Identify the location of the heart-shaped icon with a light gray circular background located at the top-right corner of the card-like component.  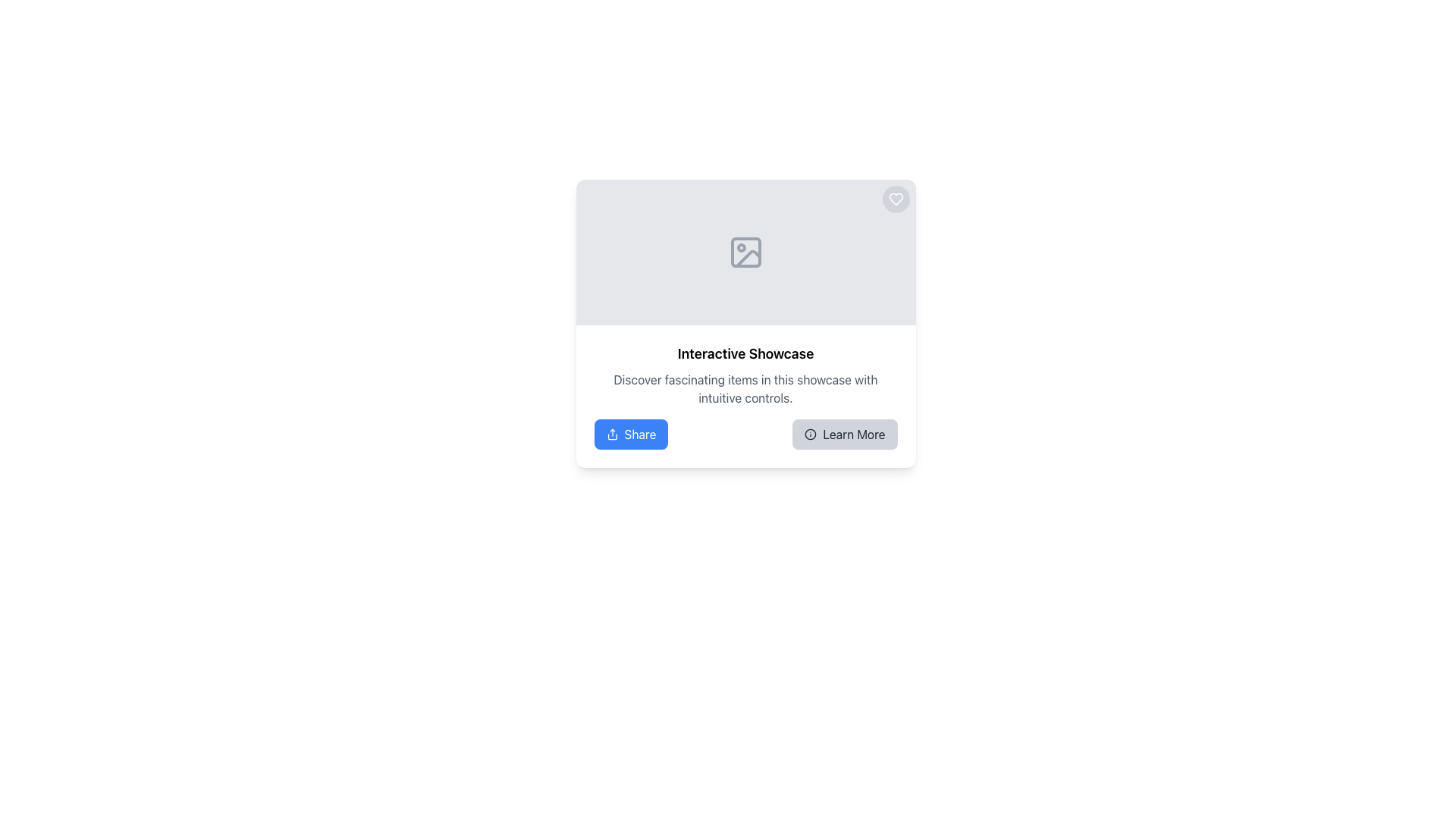
(896, 198).